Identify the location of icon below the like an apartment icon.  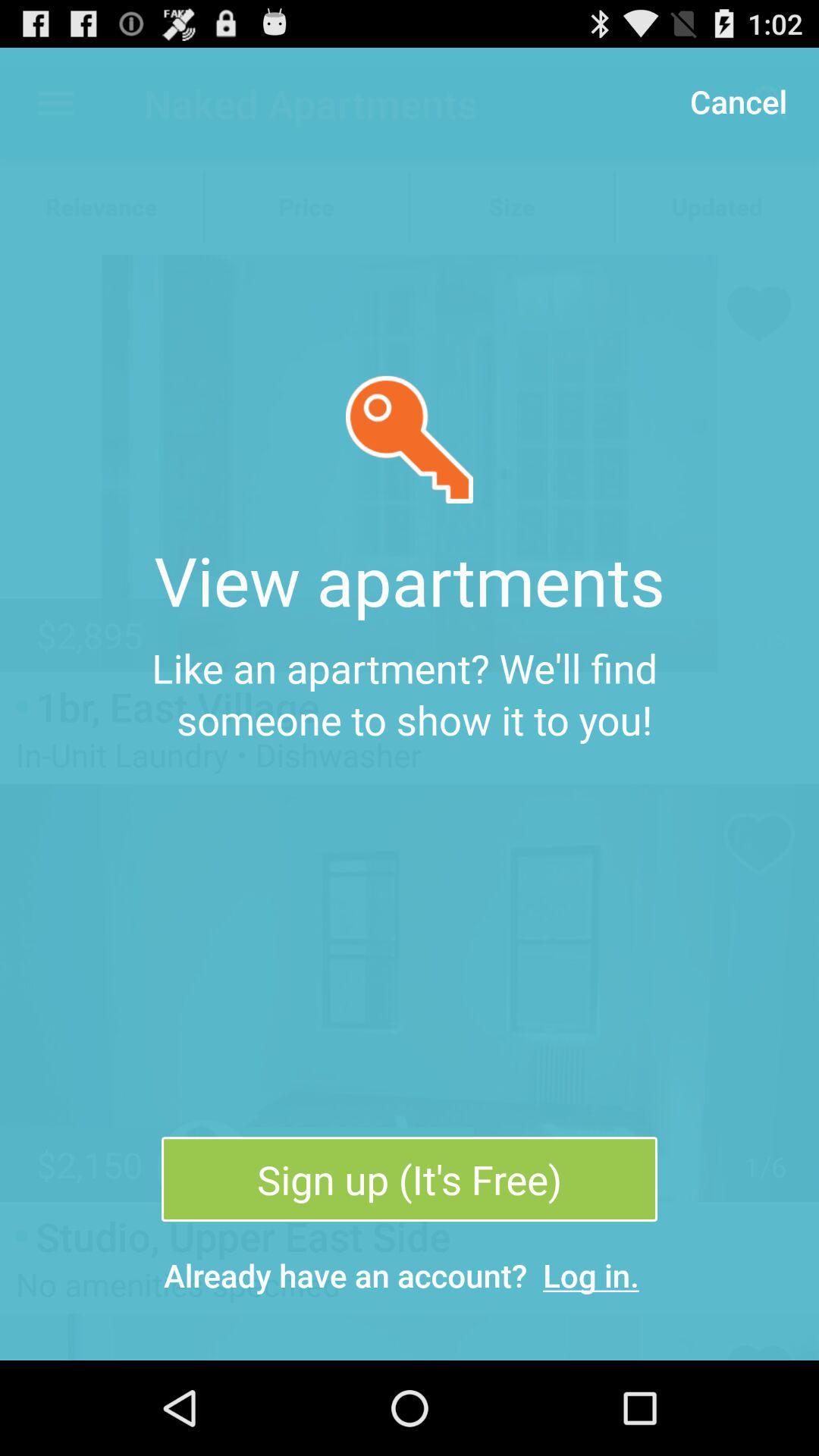
(409, 1178).